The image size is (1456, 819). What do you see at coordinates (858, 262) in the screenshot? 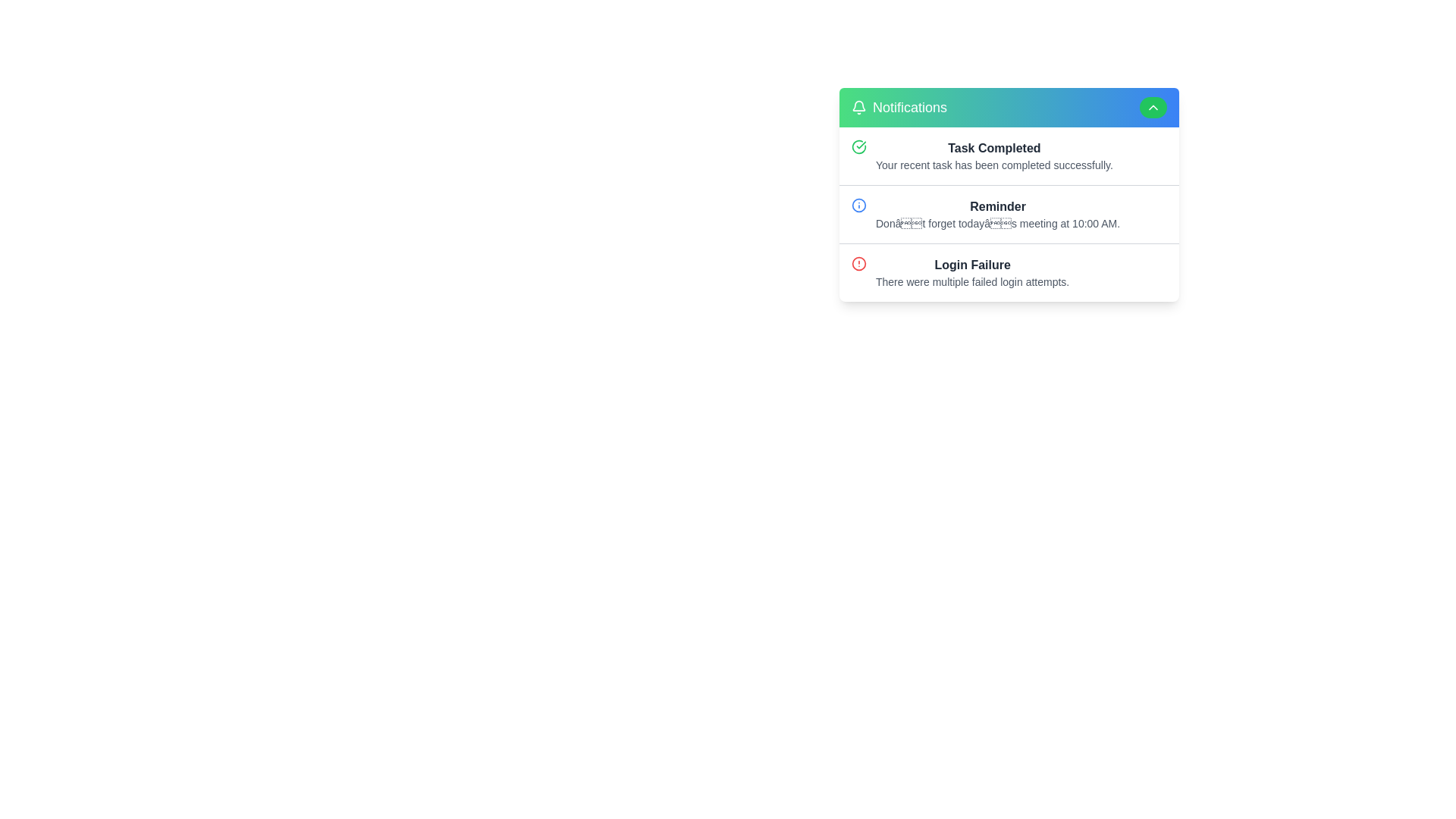
I see `the Circle SVG graphical element that indicates an alert or attention in the notification interface, located at the top-right corner of the notification card` at bounding box center [858, 262].